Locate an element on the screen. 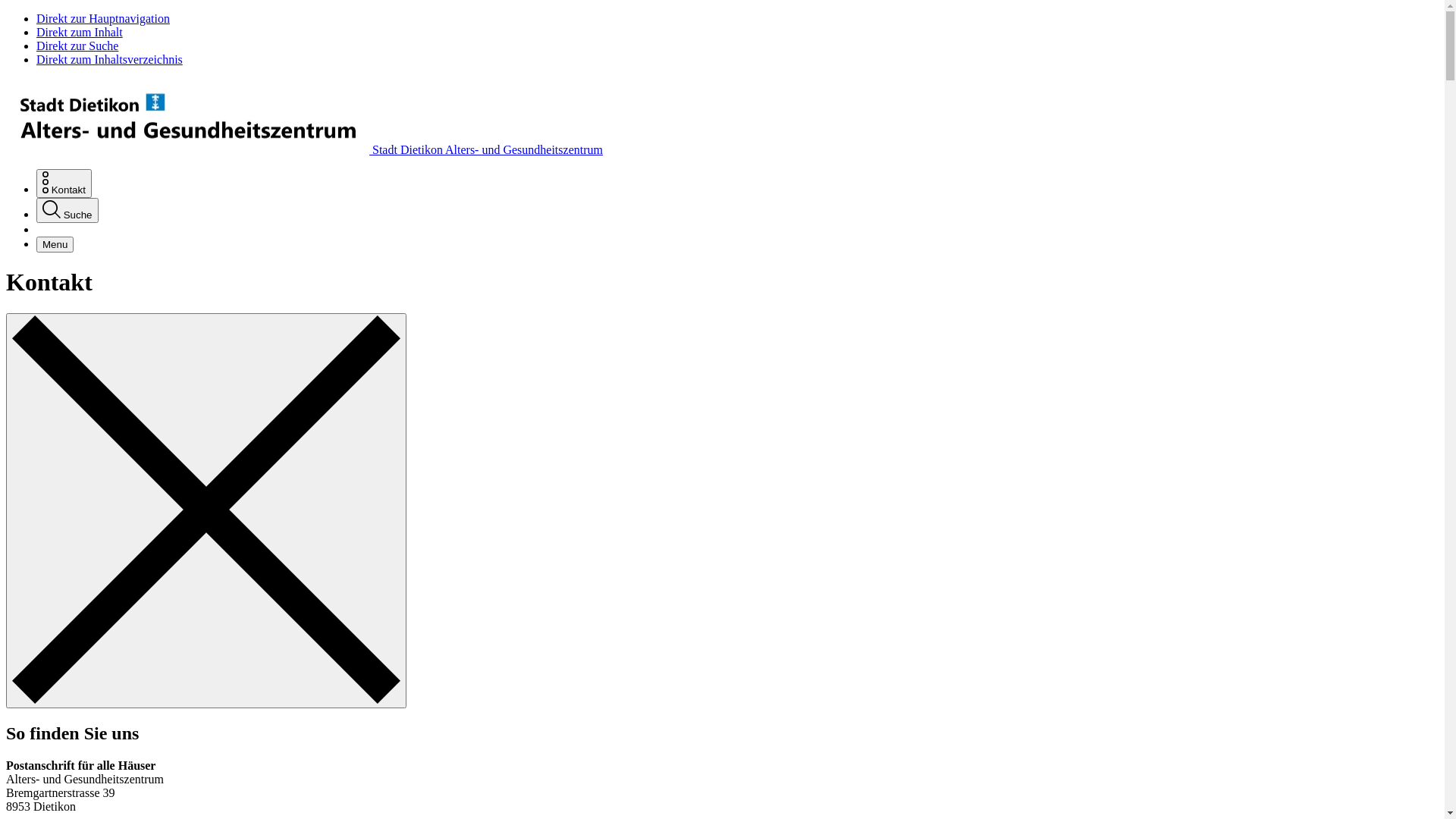 The height and width of the screenshot is (819, 1456). 'Kontakt' is located at coordinates (63, 183).